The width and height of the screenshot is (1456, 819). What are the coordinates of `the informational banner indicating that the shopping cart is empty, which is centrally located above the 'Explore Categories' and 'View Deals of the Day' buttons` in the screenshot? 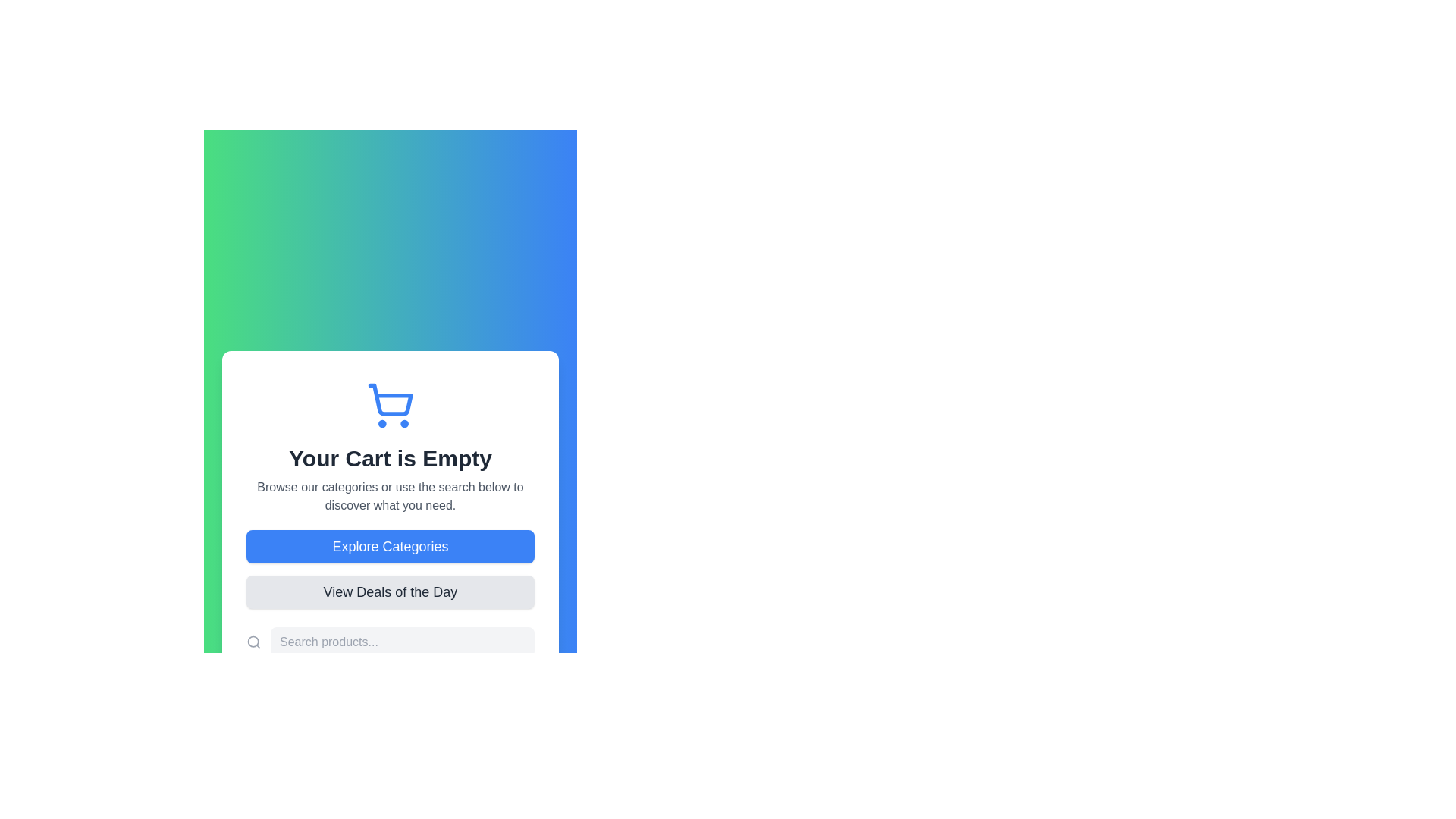 It's located at (390, 447).